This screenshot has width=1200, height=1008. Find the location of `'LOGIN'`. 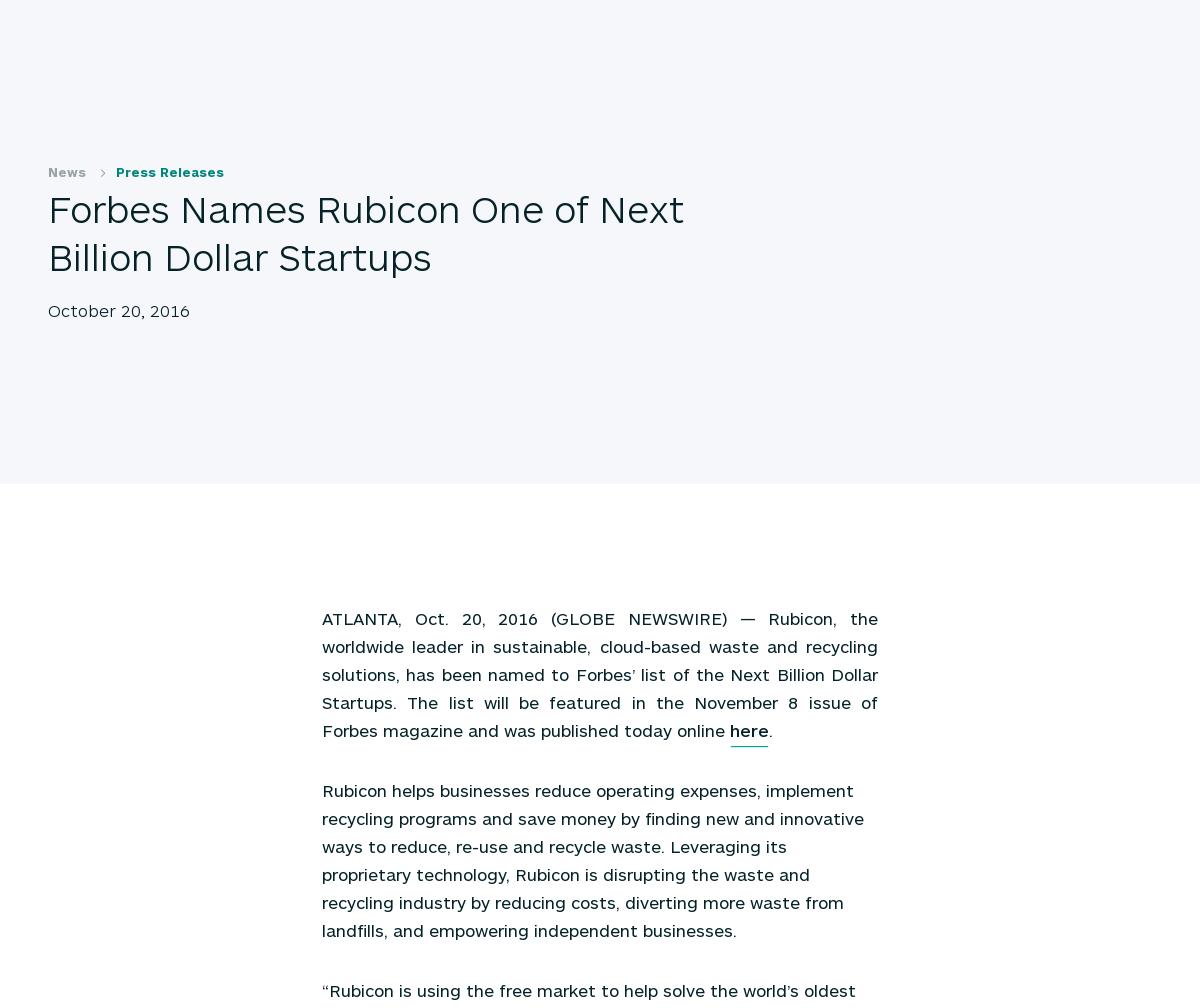

'LOGIN' is located at coordinates (1020, 22).